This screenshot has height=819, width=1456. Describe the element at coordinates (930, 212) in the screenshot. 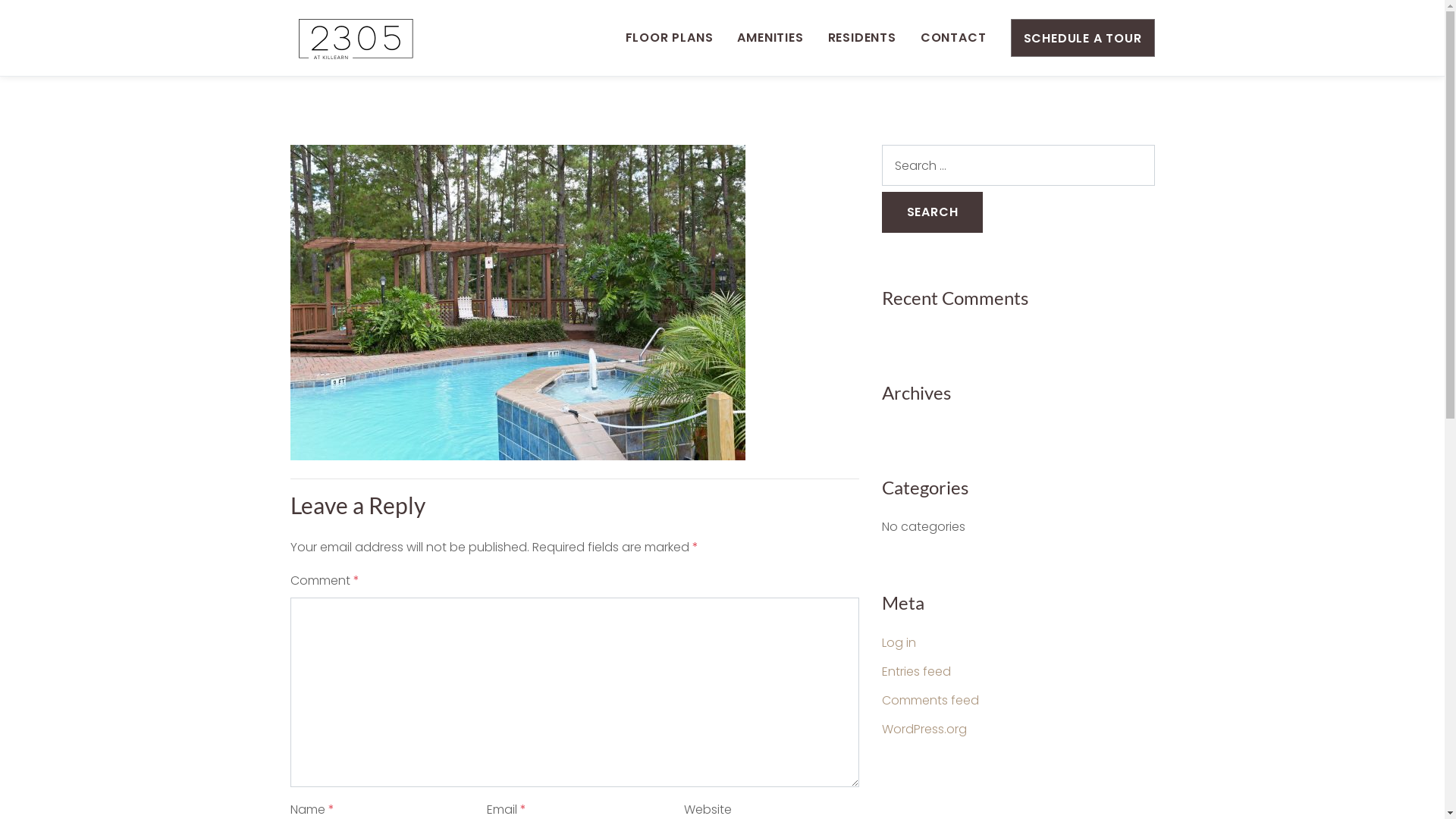

I see `'Search'` at that location.